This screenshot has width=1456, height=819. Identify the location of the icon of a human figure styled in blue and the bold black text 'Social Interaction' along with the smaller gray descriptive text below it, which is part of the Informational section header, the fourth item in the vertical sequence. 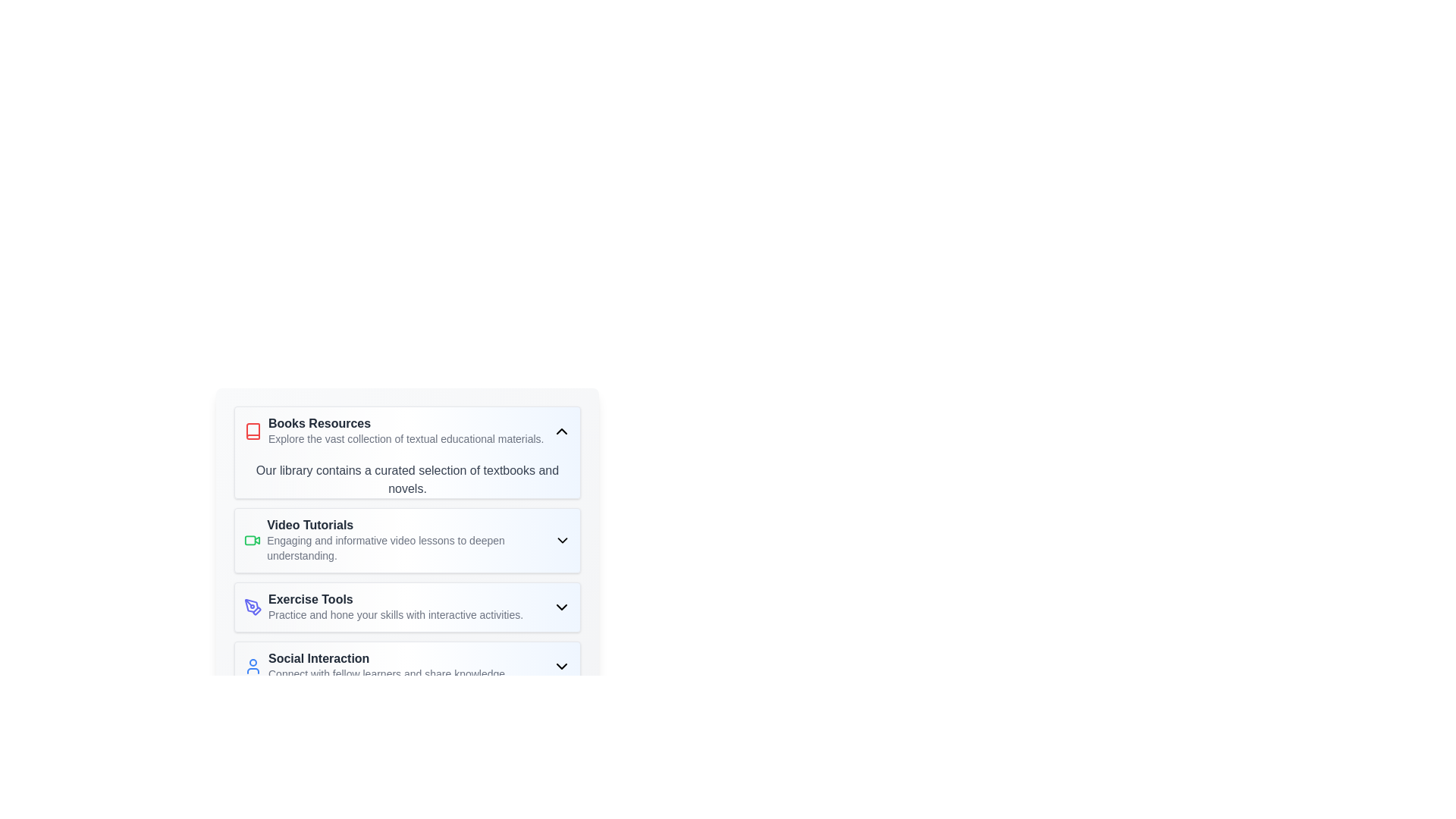
(375, 666).